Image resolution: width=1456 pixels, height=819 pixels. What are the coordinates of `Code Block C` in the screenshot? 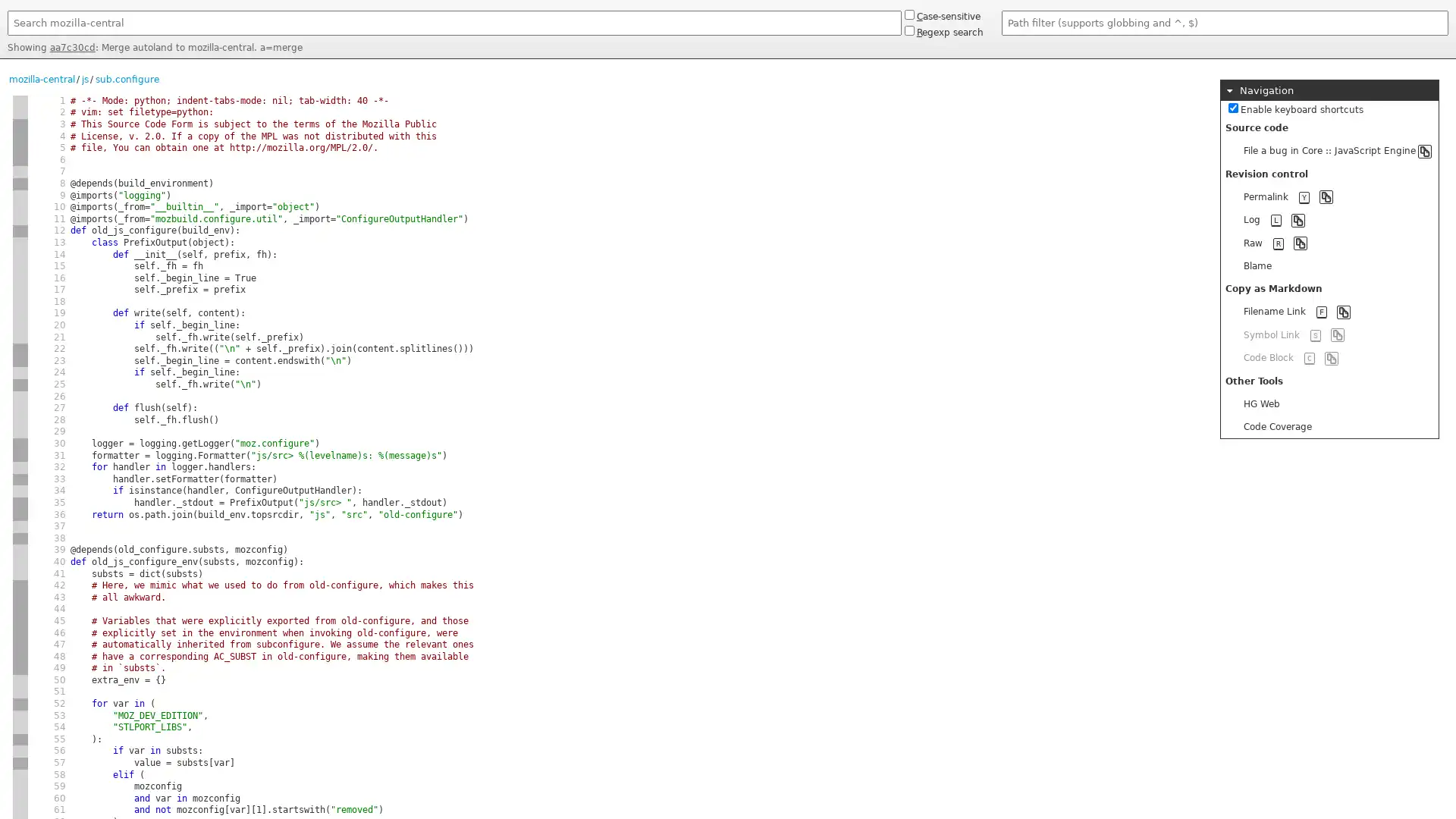 It's located at (1329, 357).